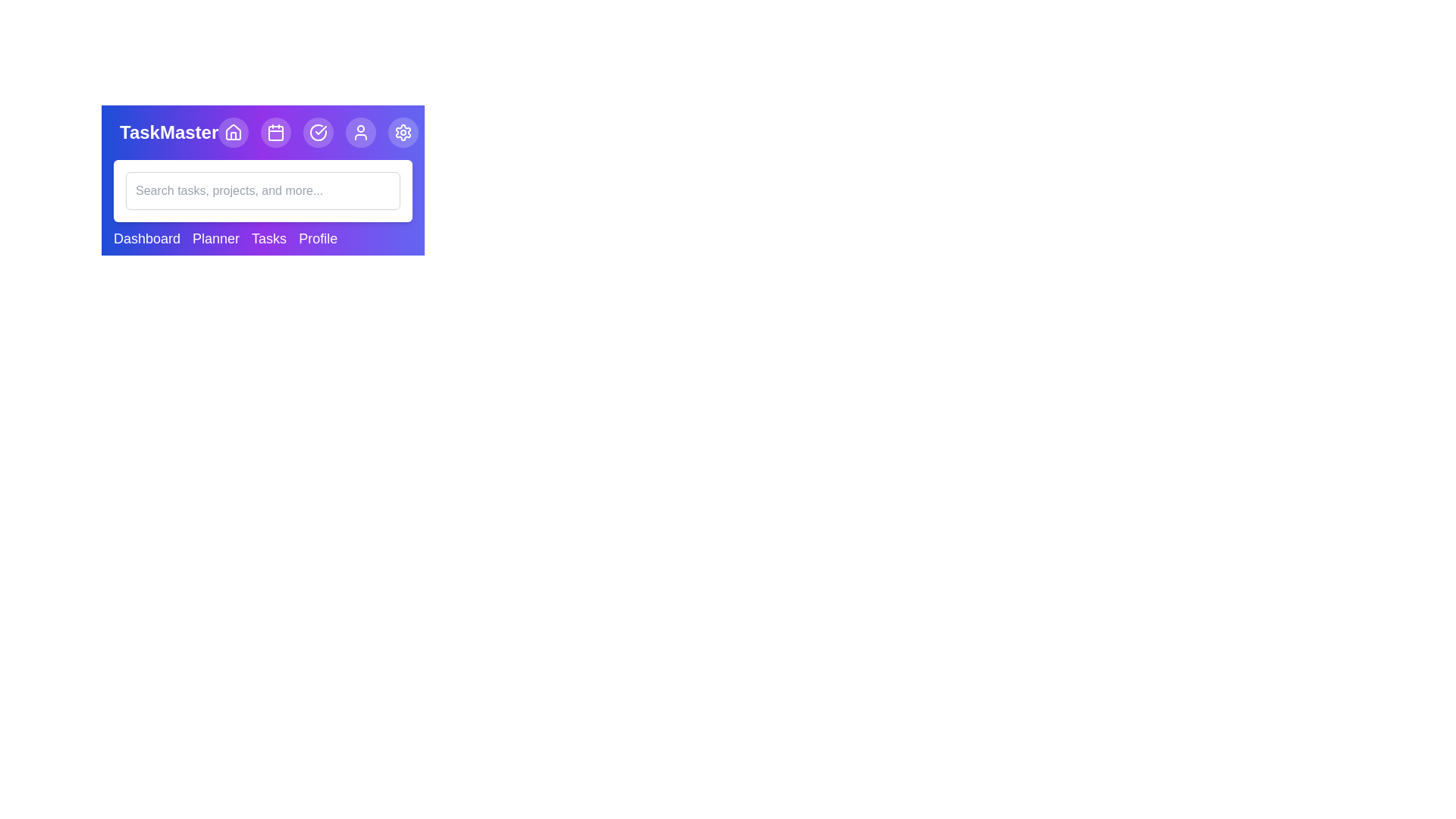 The image size is (1456, 819). What do you see at coordinates (269, 239) in the screenshot?
I see `the menu item Tasks` at bounding box center [269, 239].